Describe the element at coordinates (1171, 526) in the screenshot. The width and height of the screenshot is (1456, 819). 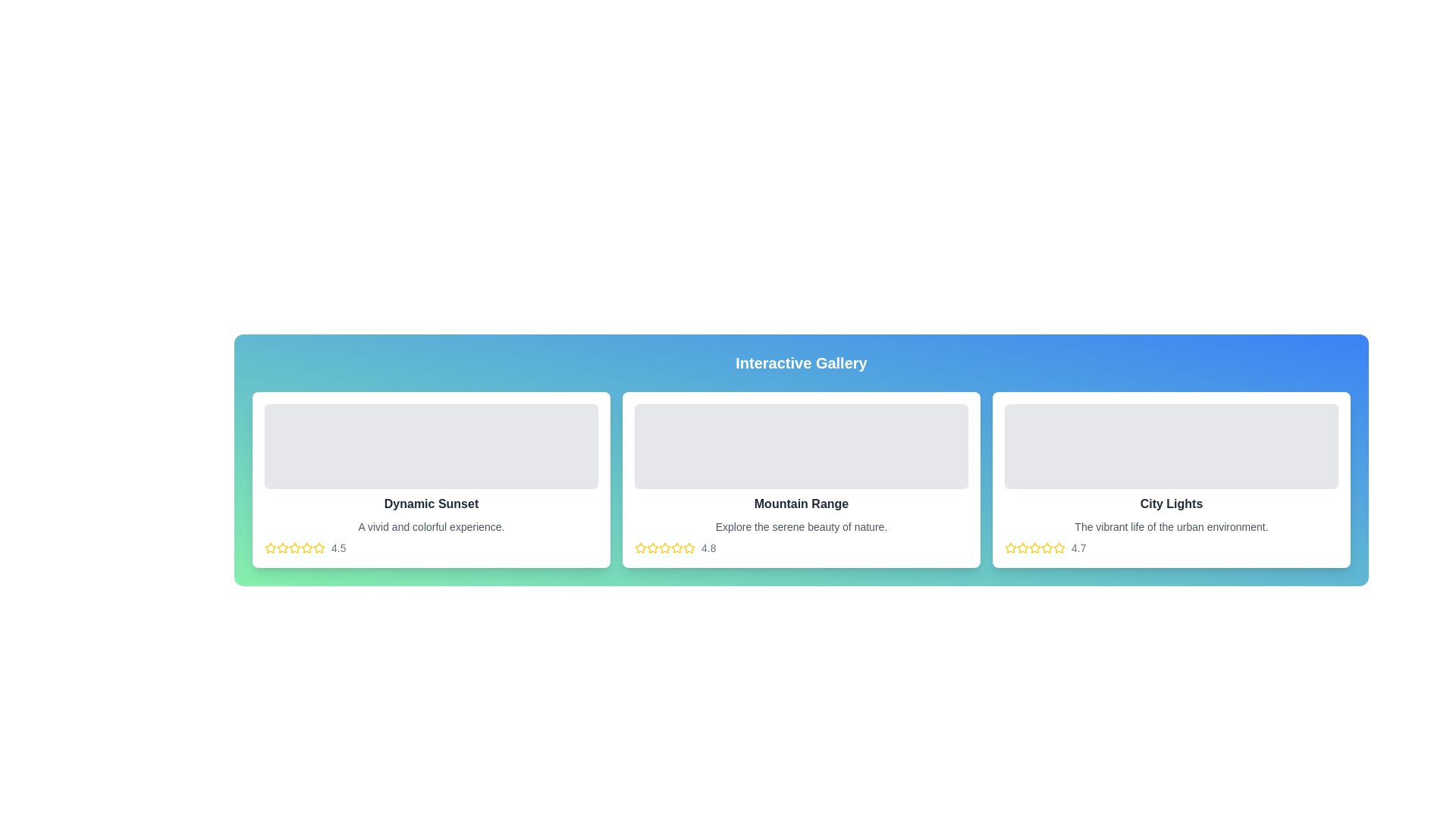
I see `the text element reading 'The vibrant life of the urban environment.', which is styled in gray and positioned below the 'City Lights' heading in the third card` at that location.